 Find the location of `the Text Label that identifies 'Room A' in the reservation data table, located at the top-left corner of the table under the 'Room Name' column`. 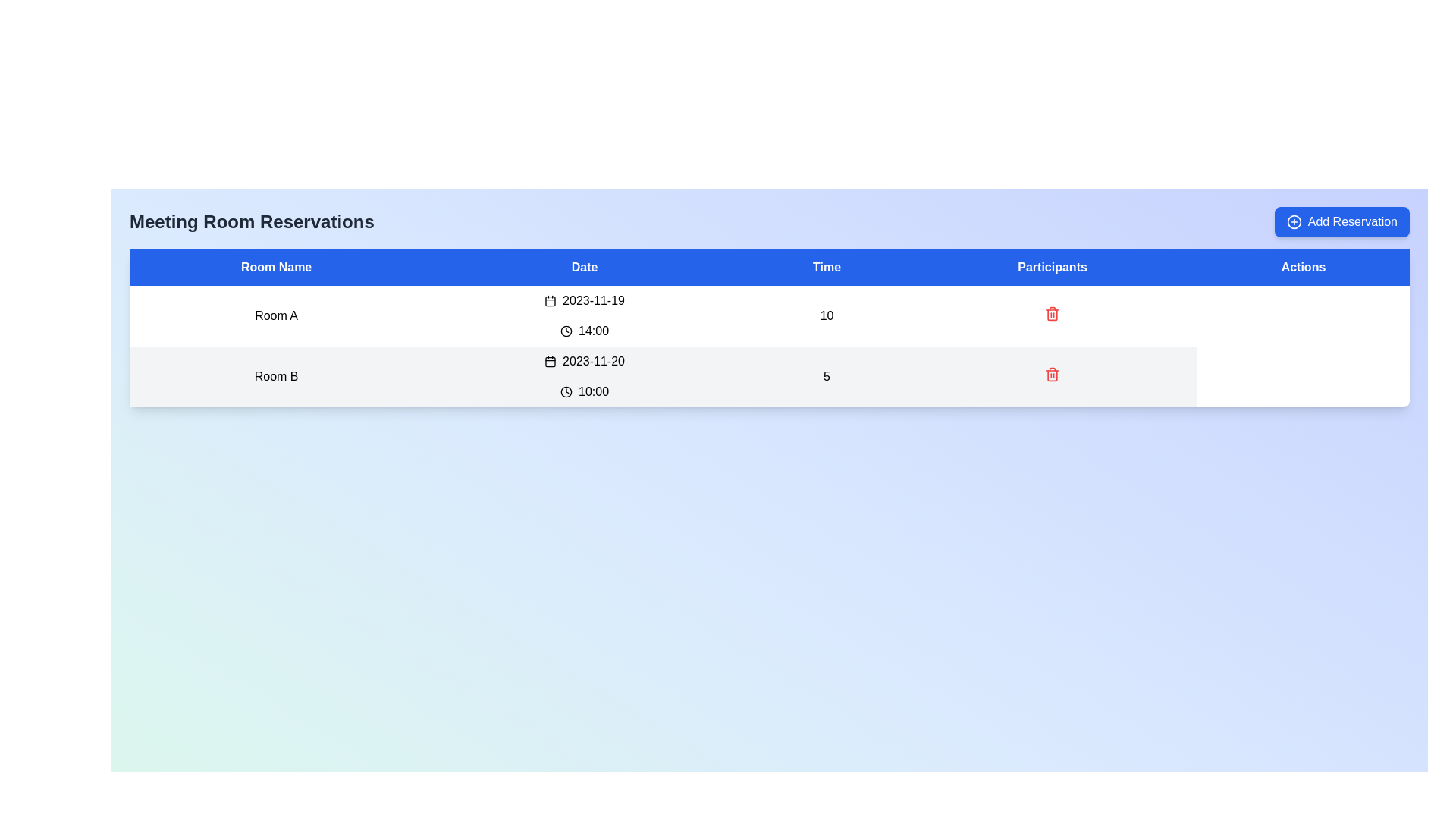

the Text Label that identifies 'Room A' in the reservation data table, located at the top-left corner of the table under the 'Room Name' column is located at coordinates (276, 315).